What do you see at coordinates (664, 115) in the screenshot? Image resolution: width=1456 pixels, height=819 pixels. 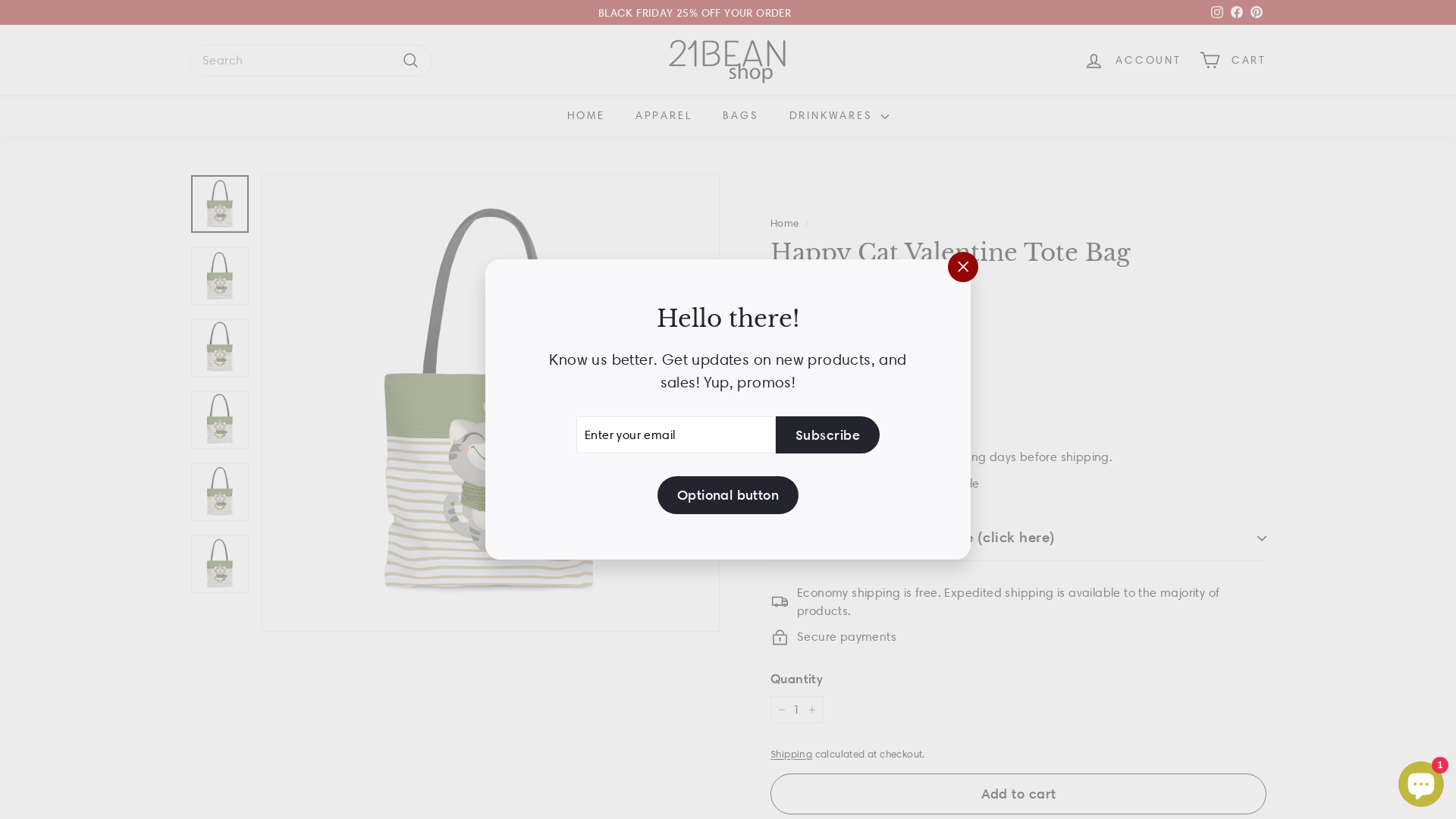 I see `'APPAREL'` at bounding box center [664, 115].